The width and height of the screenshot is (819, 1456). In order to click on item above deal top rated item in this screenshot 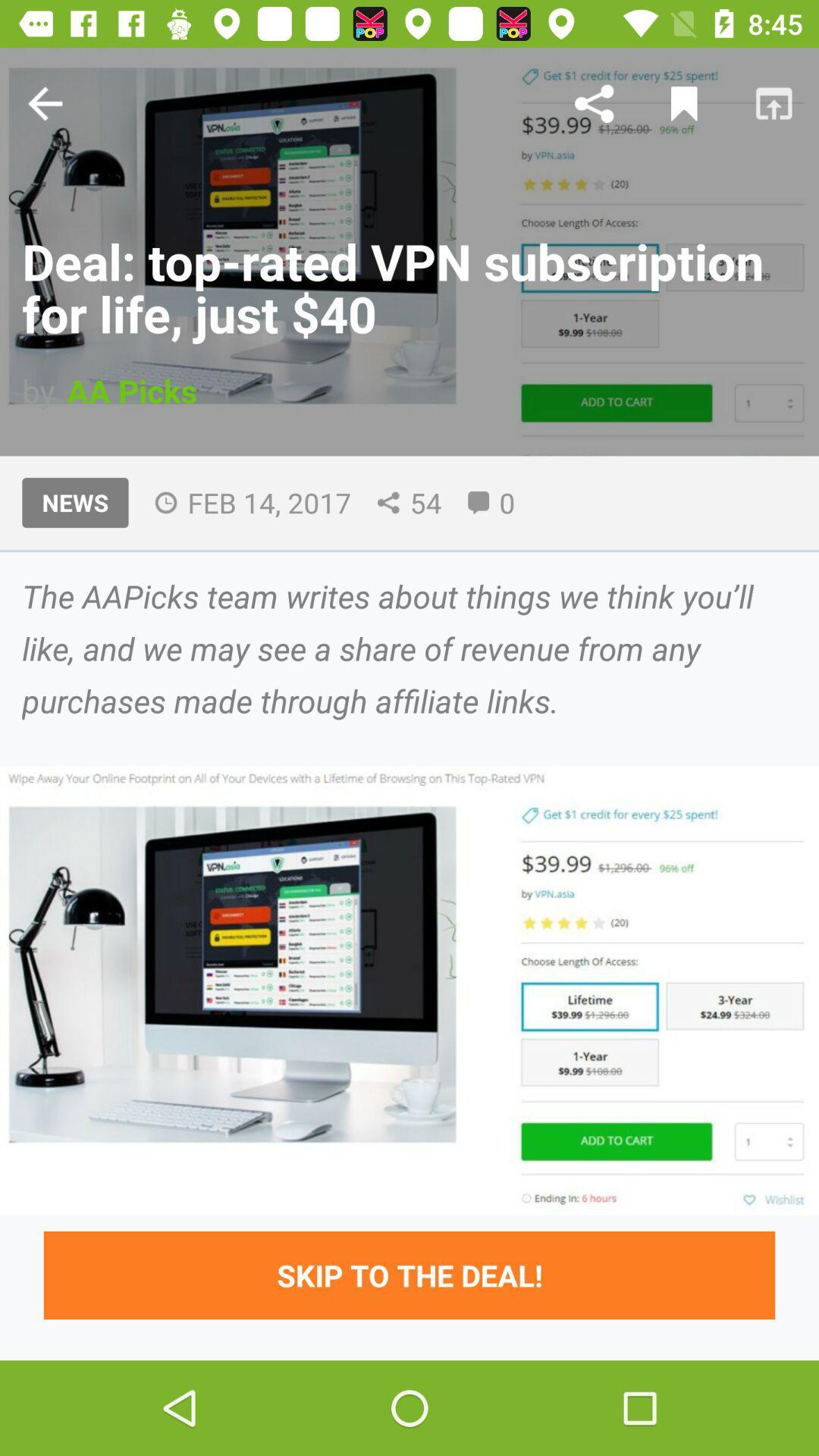, I will do `click(593, 102)`.